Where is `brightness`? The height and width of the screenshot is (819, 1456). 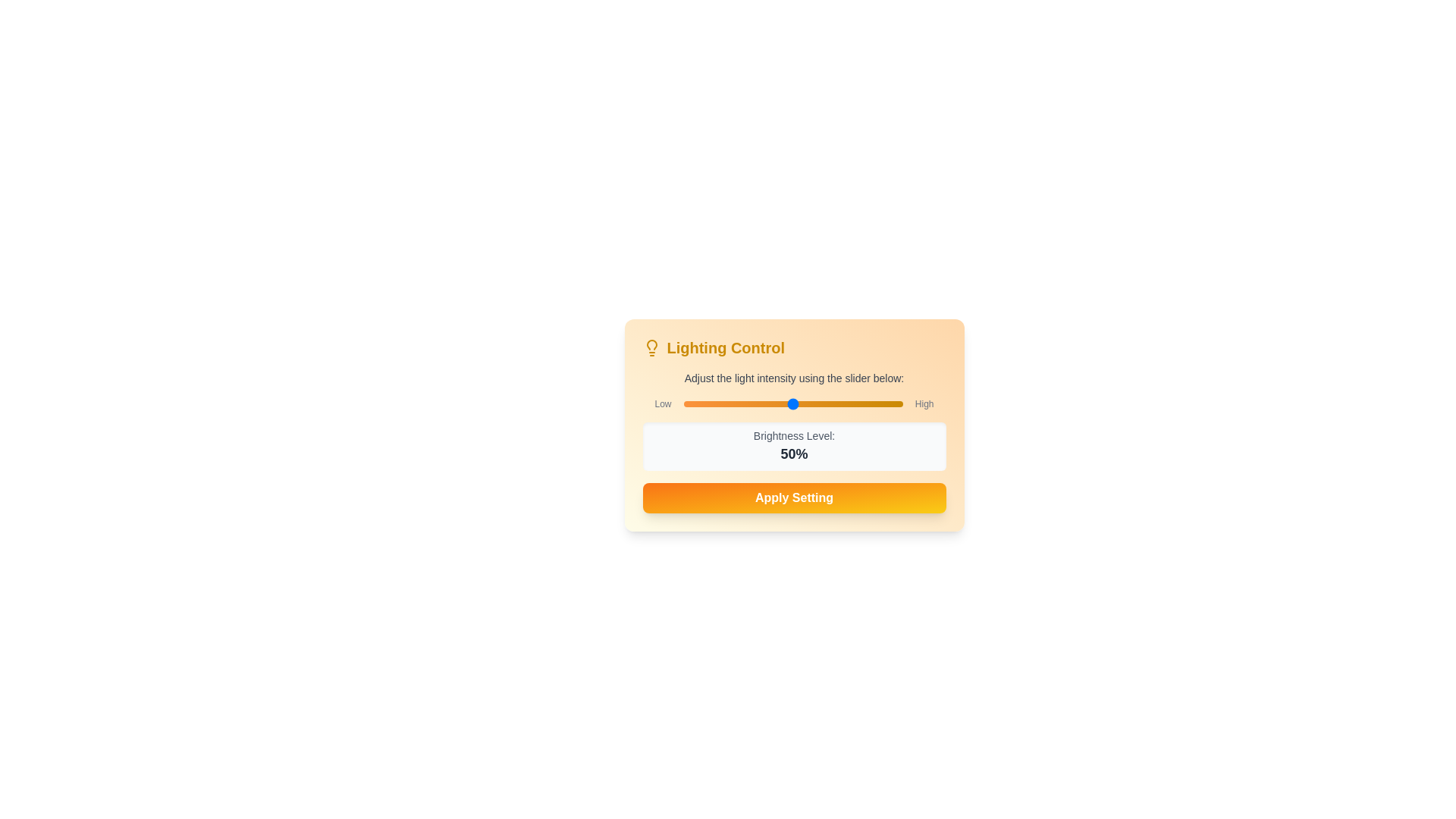
brightness is located at coordinates (717, 403).